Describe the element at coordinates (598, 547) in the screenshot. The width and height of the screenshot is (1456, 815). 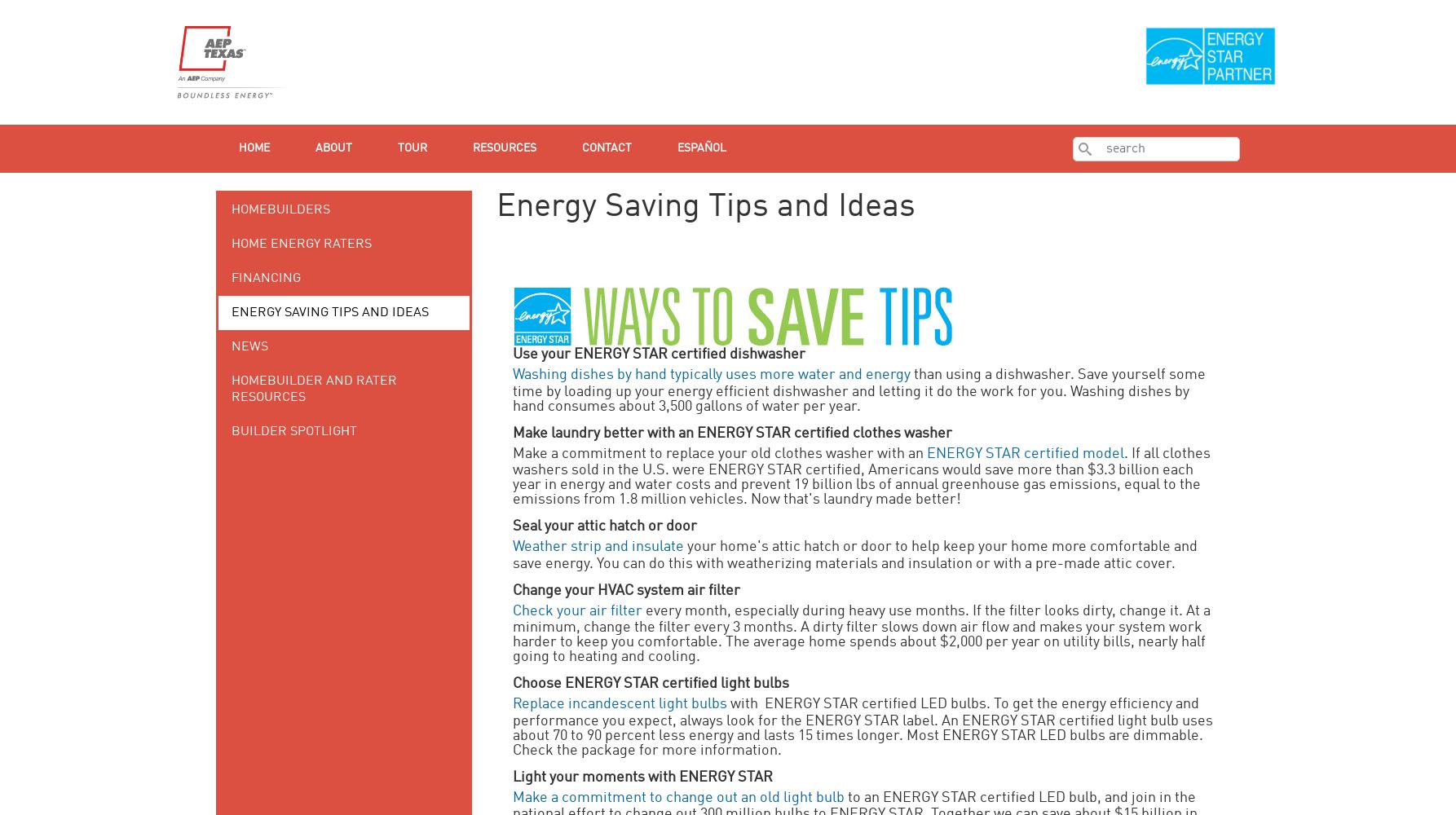
I see `'Weather strip and insulate'` at that location.